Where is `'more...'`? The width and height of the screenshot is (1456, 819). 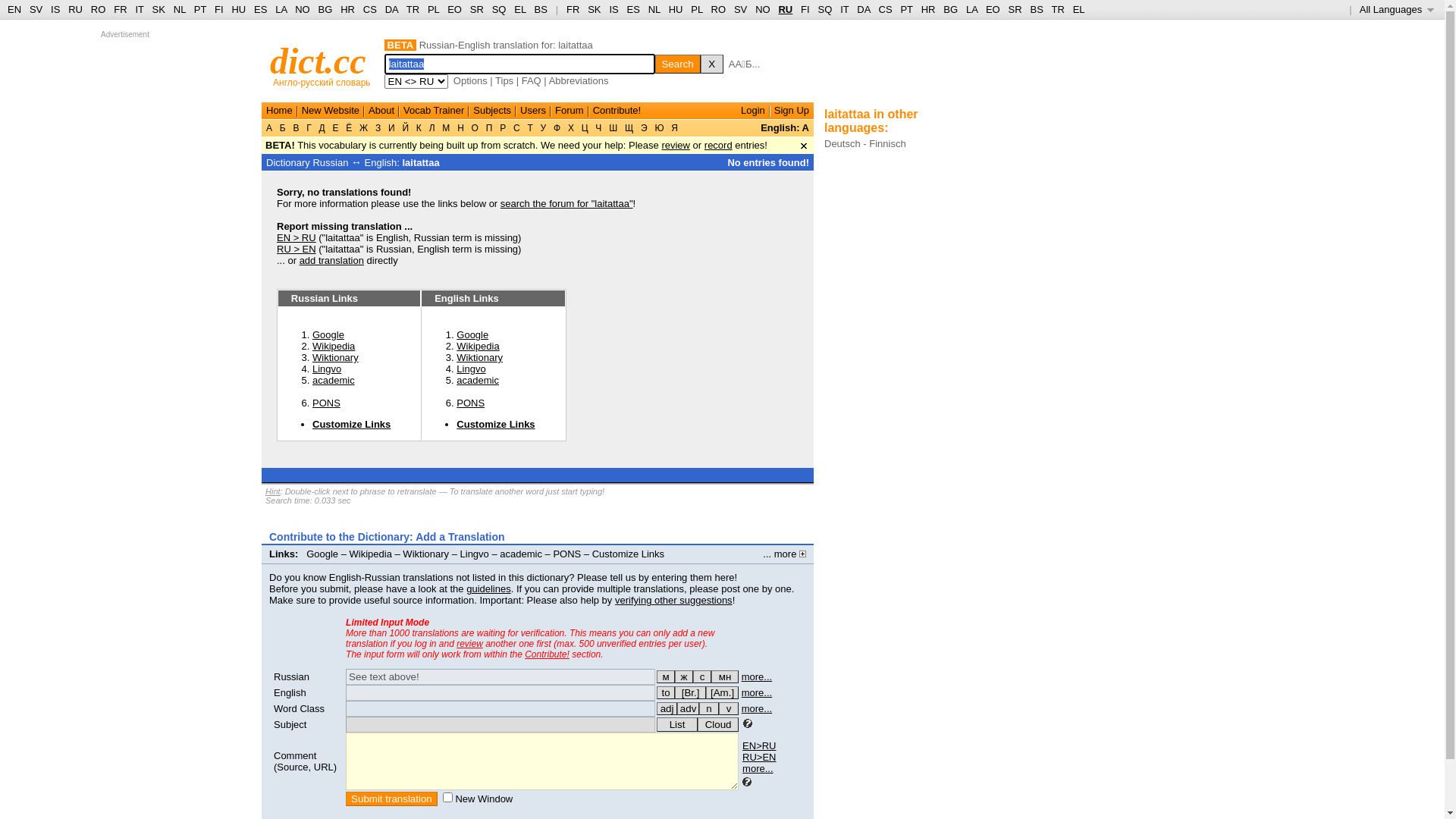
'more...' is located at coordinates (757, 708).